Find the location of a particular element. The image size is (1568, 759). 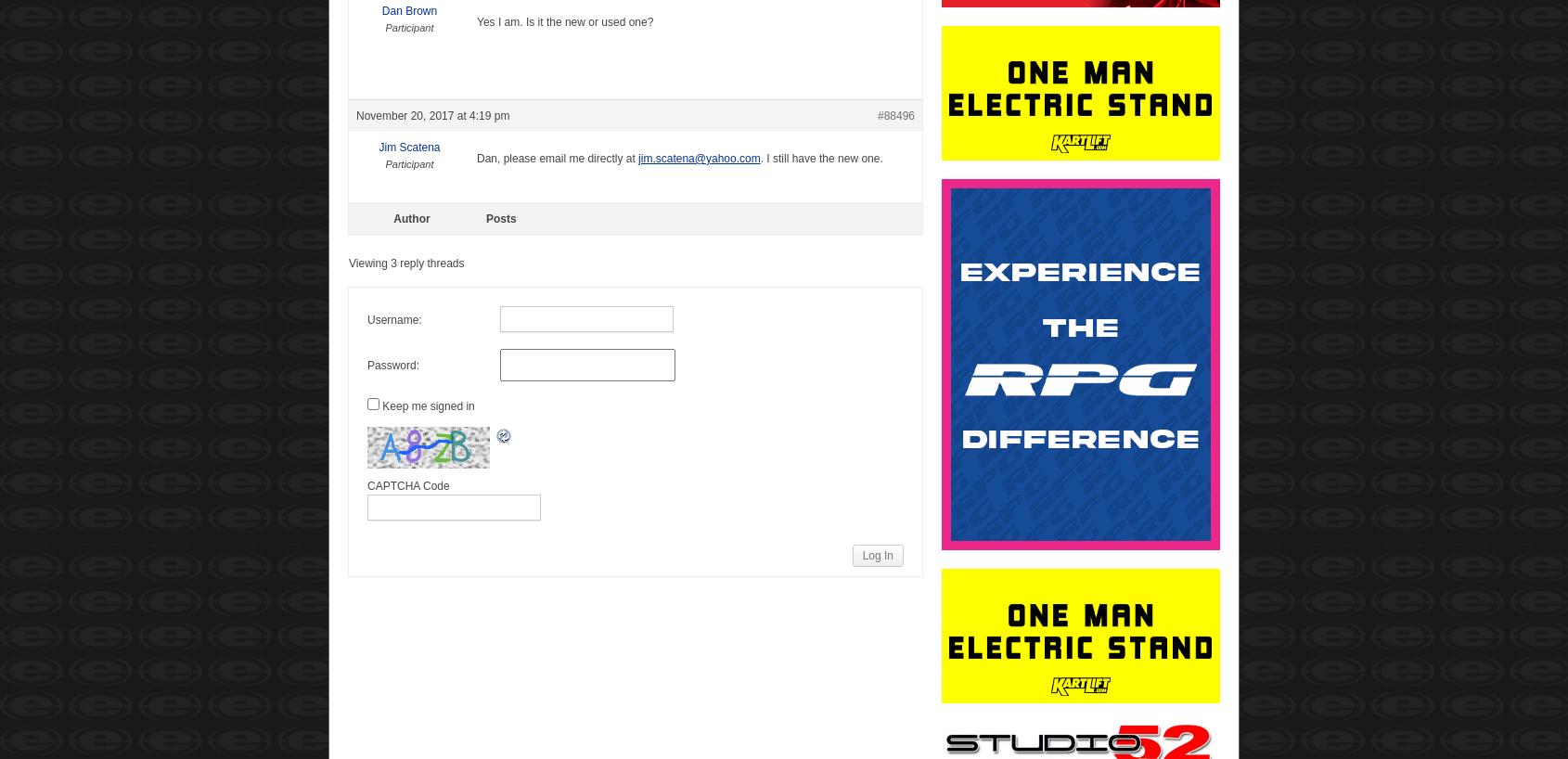

'#88496' is located at coordinates (895, 115).